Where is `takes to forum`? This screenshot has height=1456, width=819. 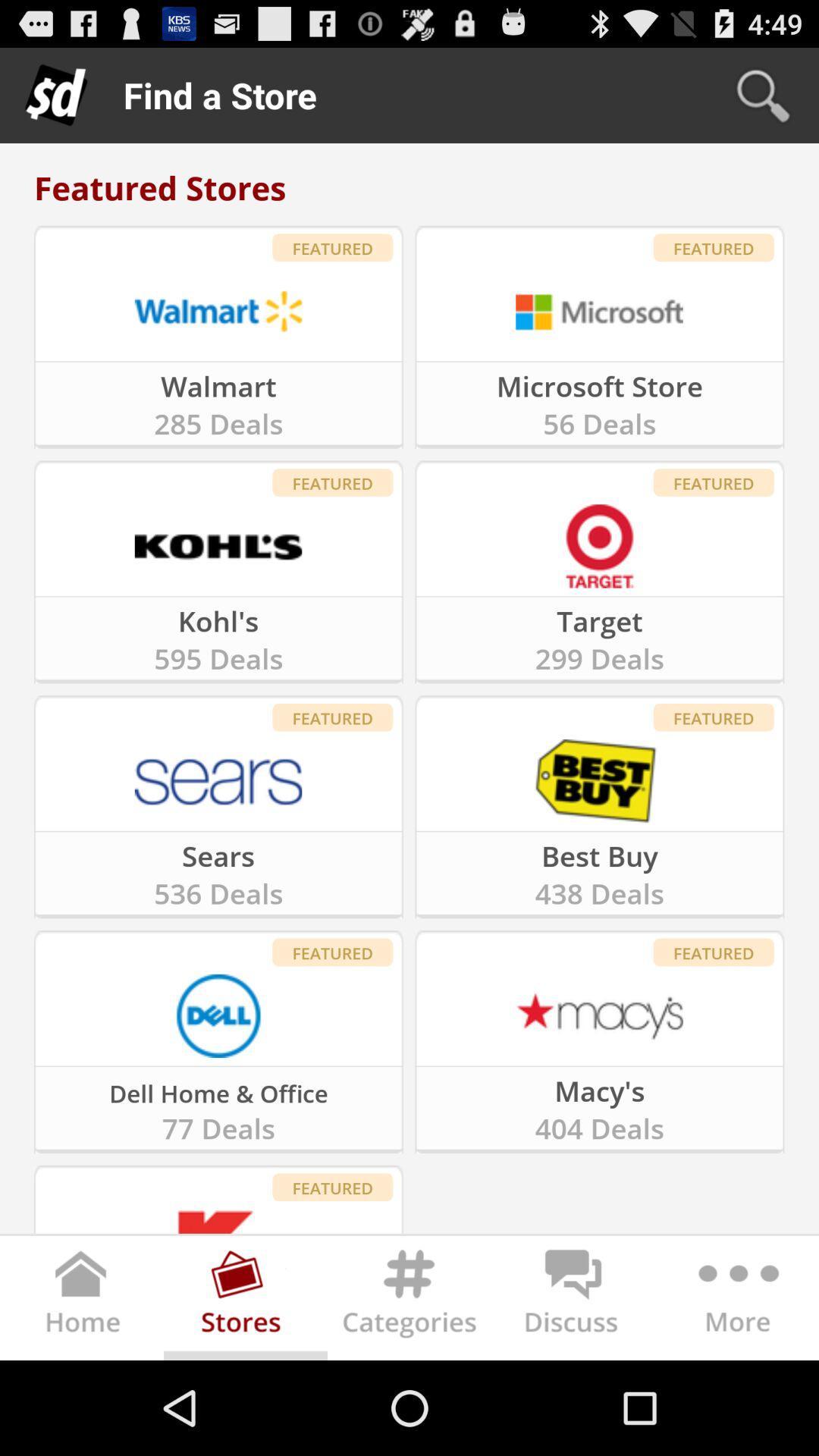 takes to forum is located at coordinates (573, 1301).